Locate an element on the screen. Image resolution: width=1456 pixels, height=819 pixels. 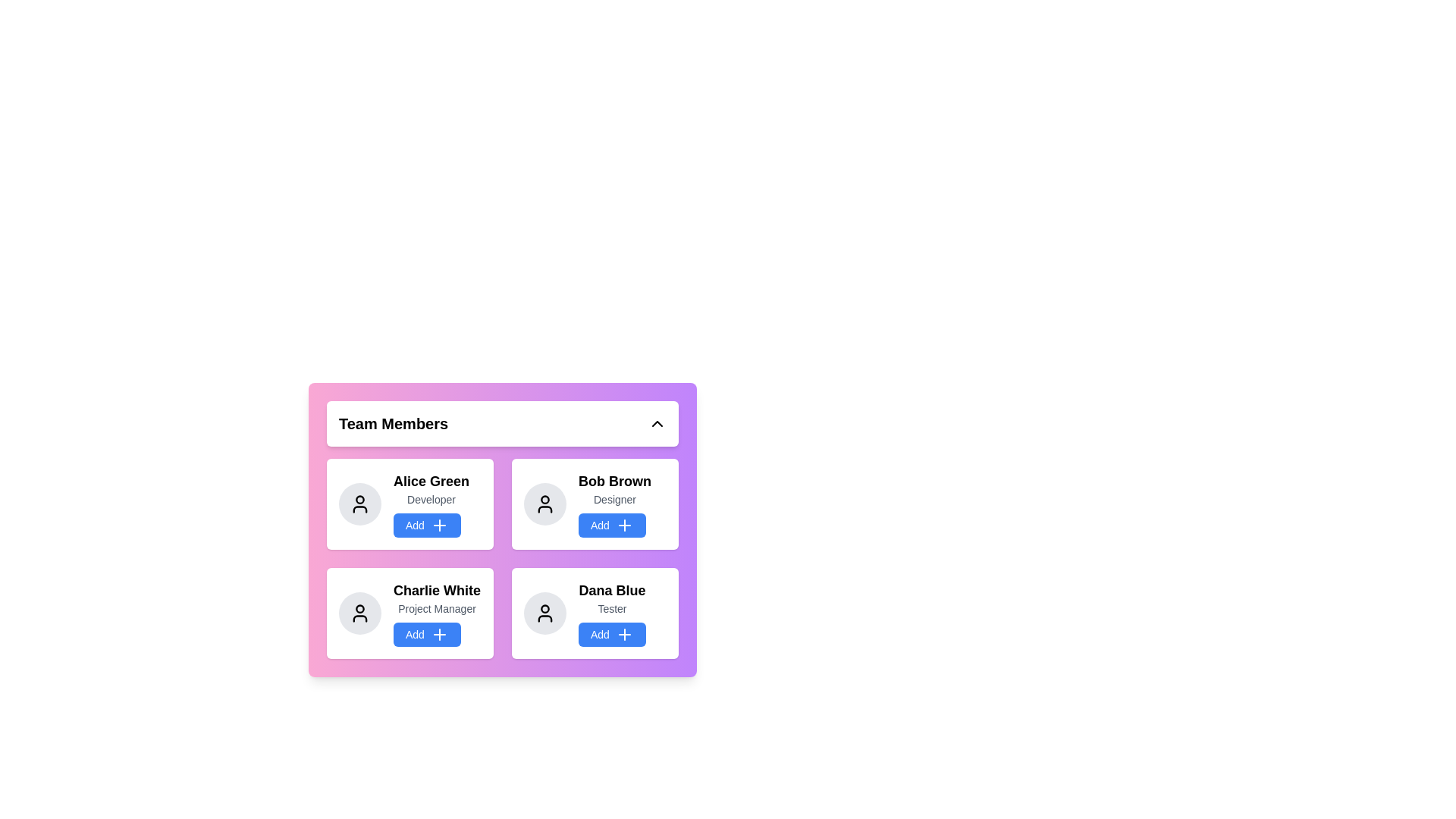
the circular avatar placeholder with a gray background and a generic user icon, located in the top-left card under 'Alice Green', the Developer is located at coordinates (359, 504).